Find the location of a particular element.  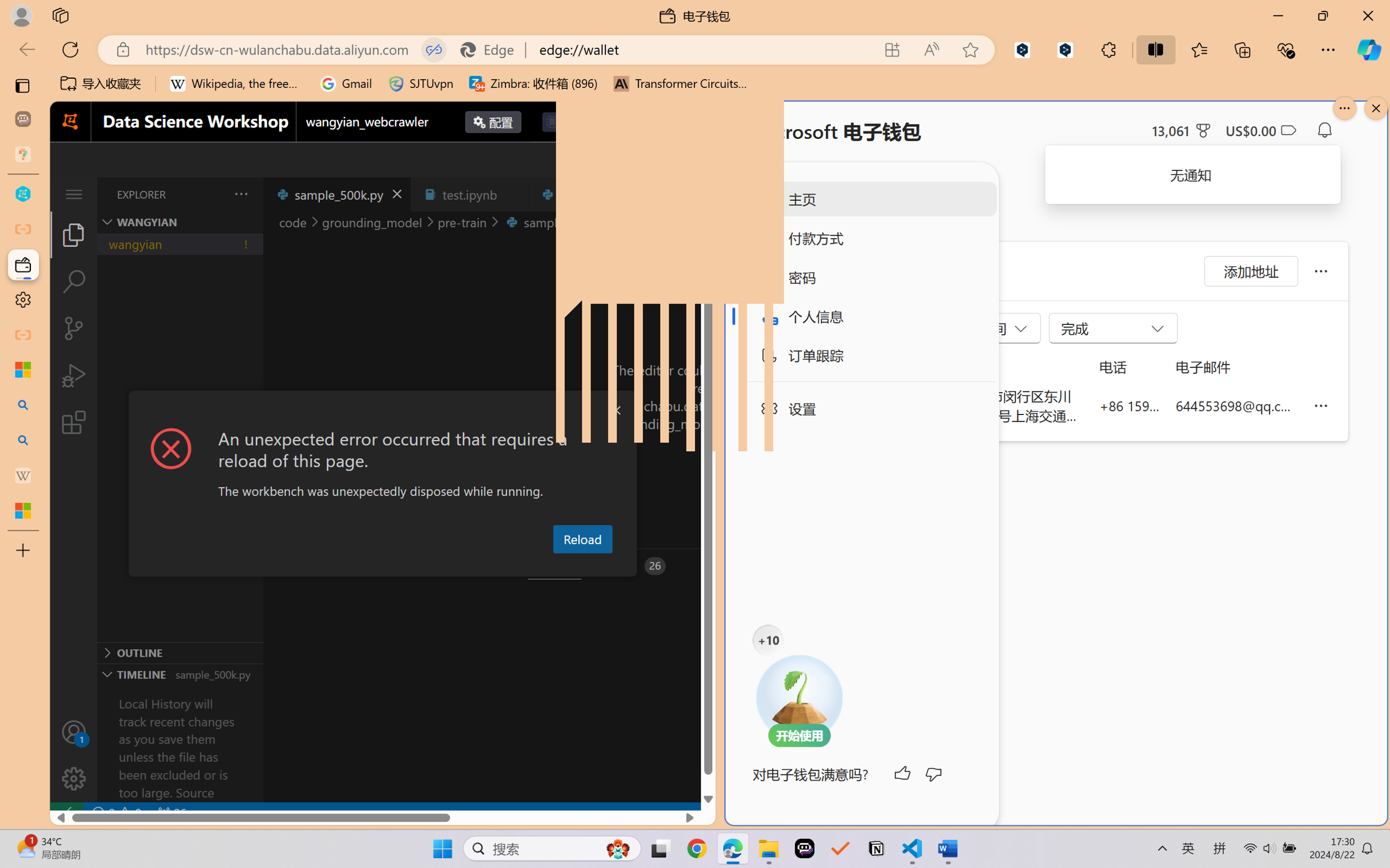

'Reload' is located at coordinates (582, 538).